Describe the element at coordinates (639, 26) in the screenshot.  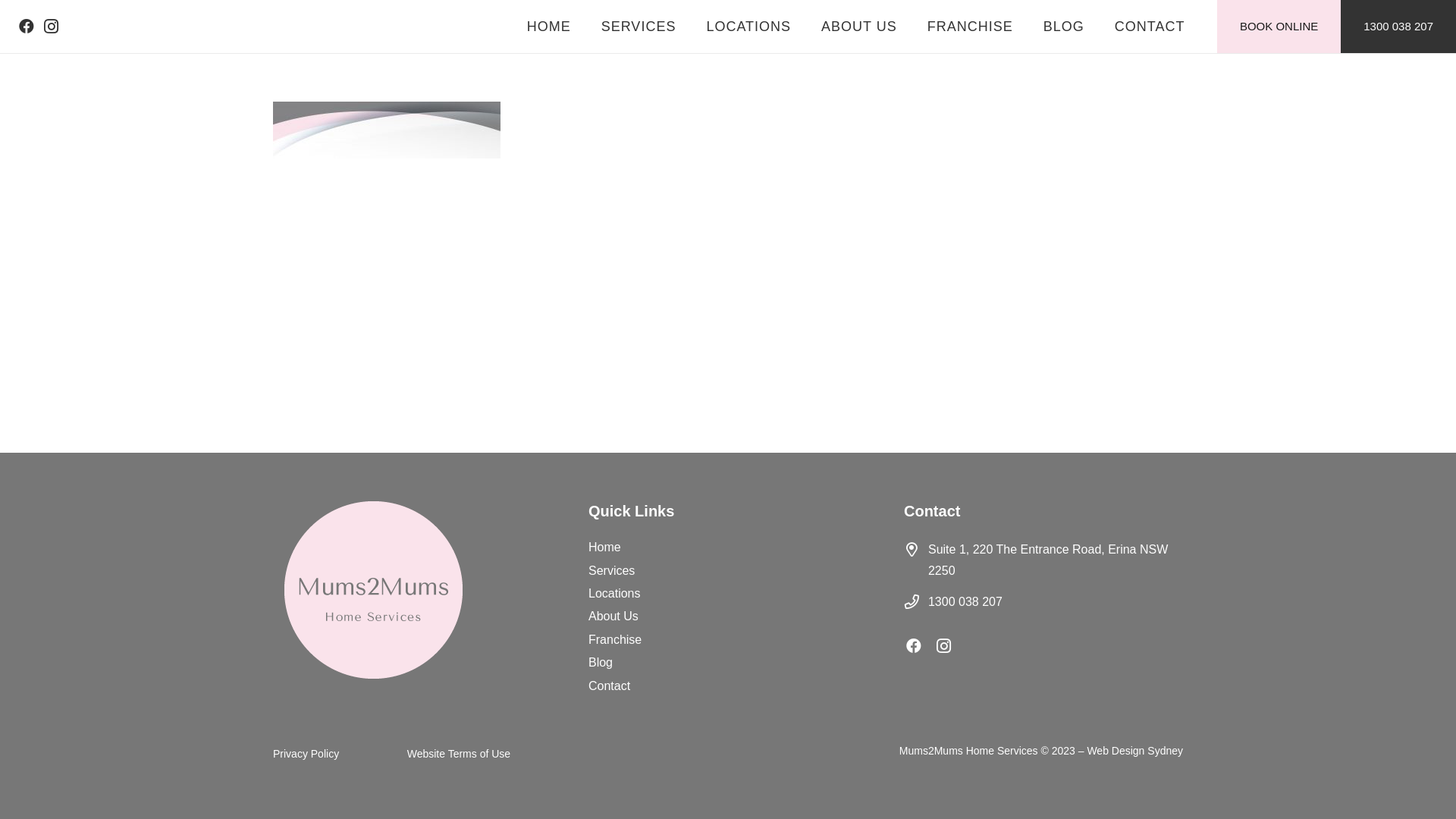
I see `'SERVICES'` at that location.